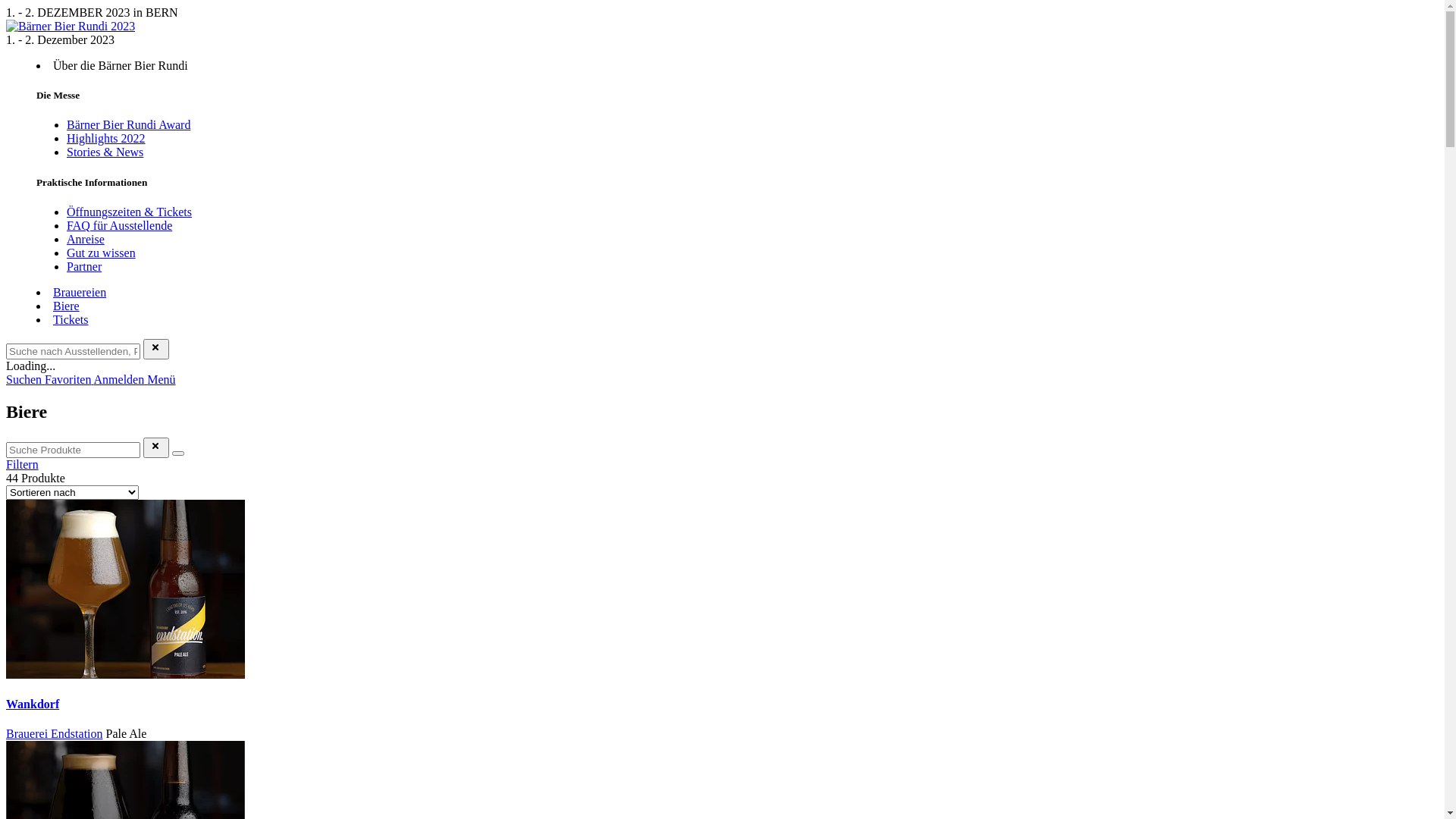 The width and height of the screenshot is (1456, 819). I want to click on 'Gut zu wissen', so click(65, 252).